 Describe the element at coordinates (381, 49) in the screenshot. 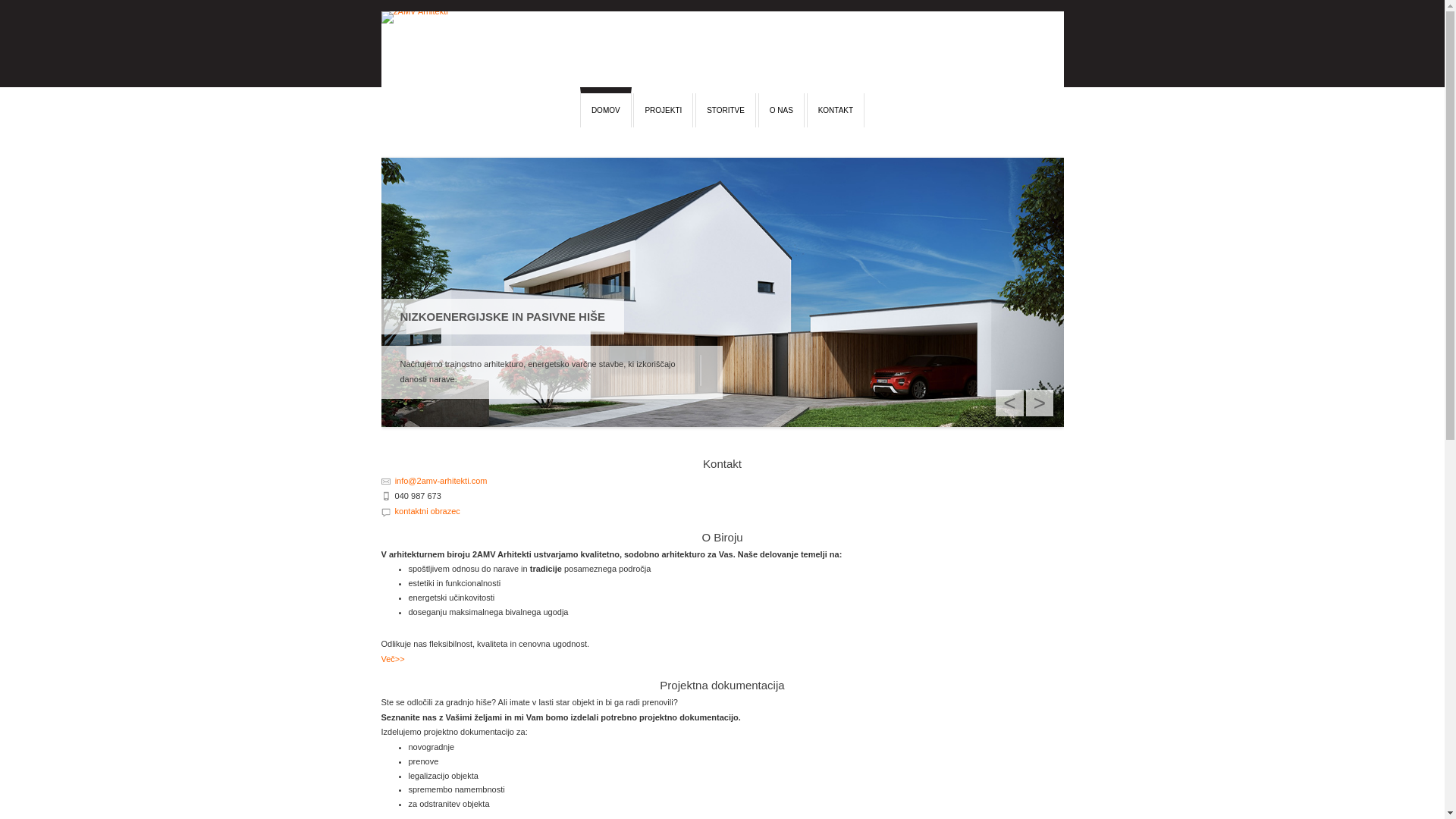

I see `'2AMV Arhitekti'` at that location.